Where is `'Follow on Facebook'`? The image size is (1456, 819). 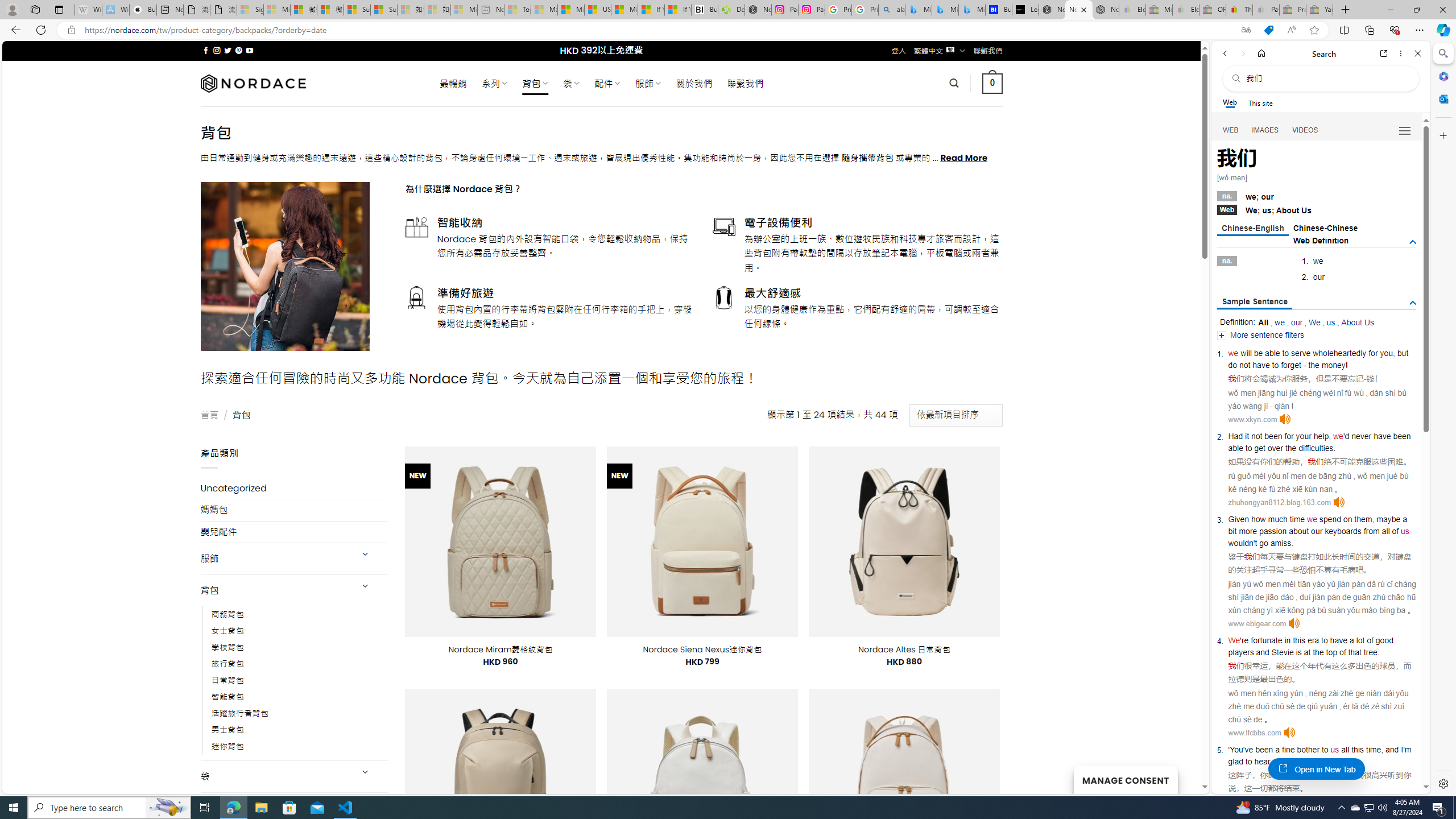
'Follow on Facebook' is located at coordinates (206, 50).